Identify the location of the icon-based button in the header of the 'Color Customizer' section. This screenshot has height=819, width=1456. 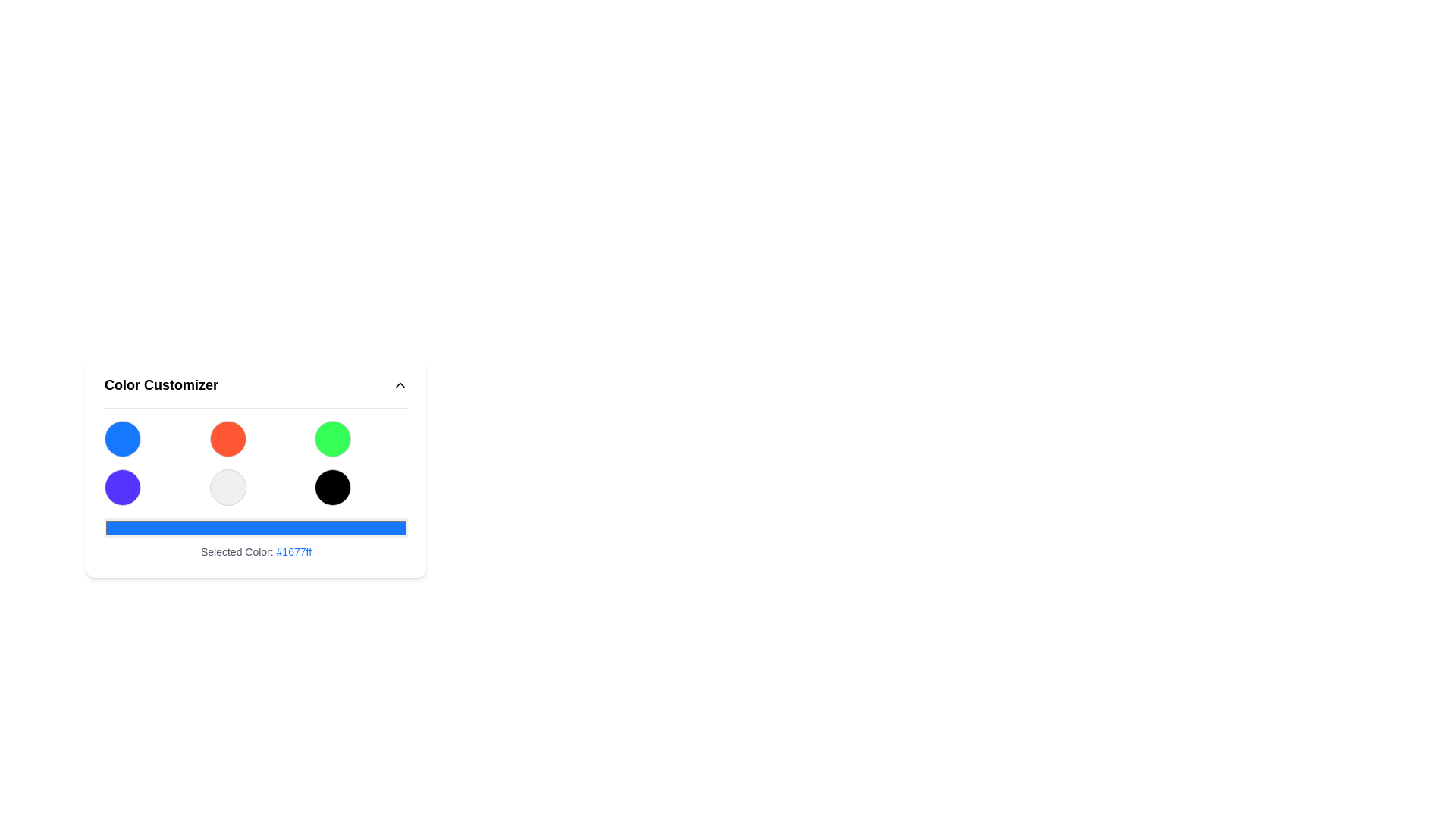
(400, 384).